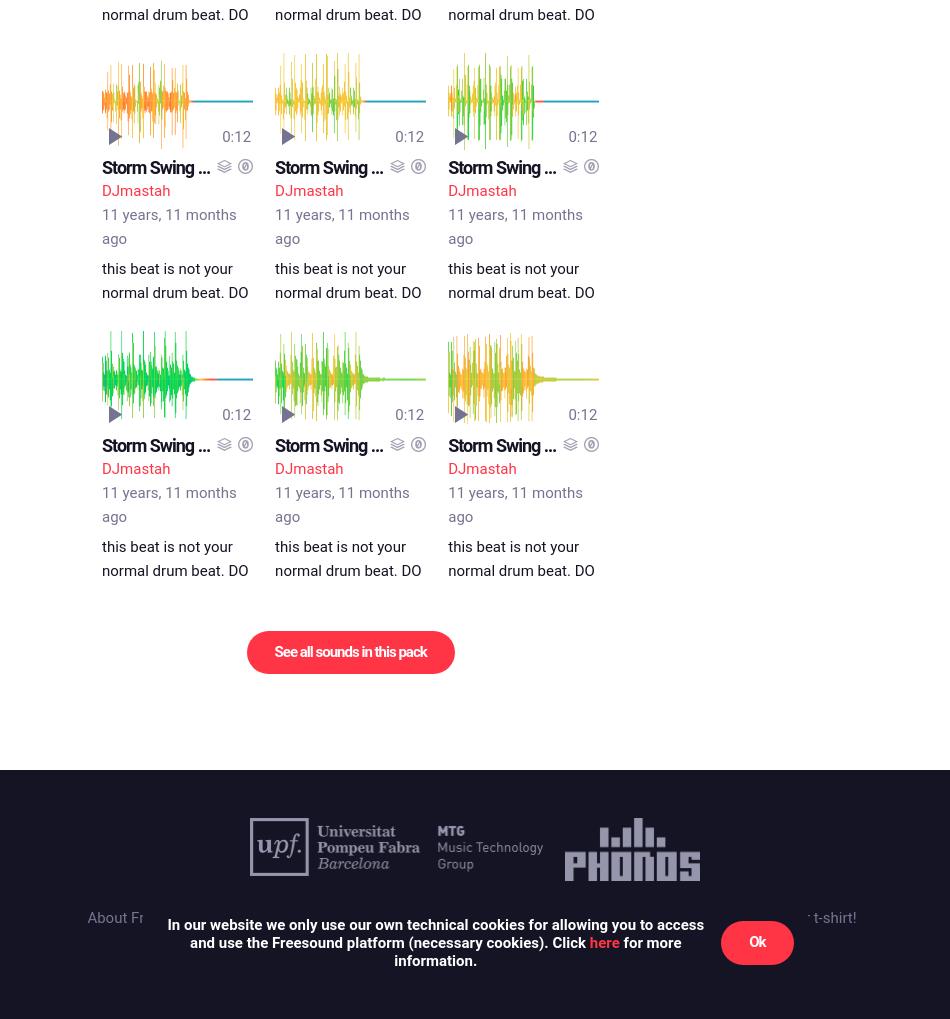  Describe the element at coordinates (380, 914) in the screenshot. I see `'Cookies'` at that location.